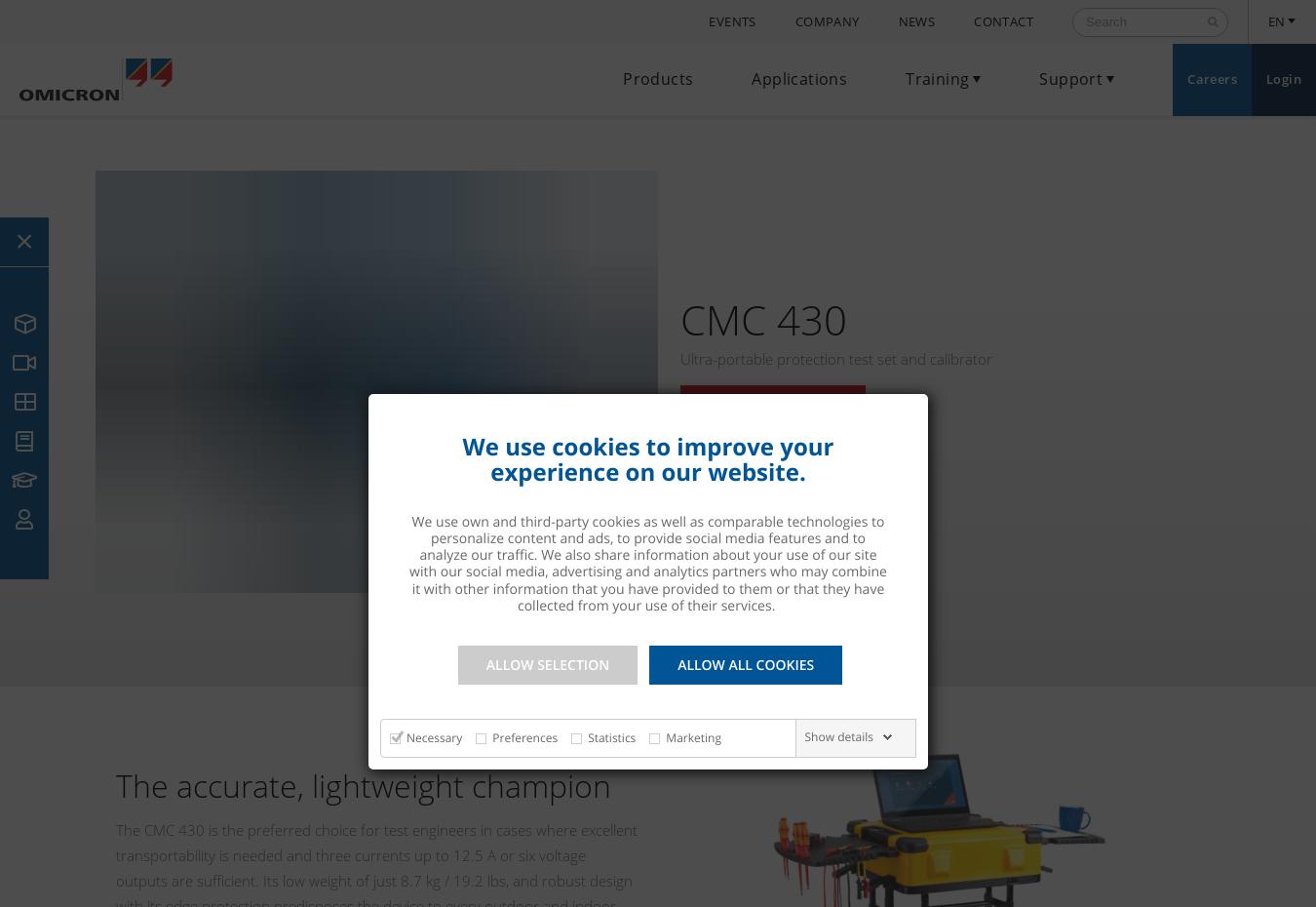 The height and width of the screenshot is (907, 1316). I want to click on 'Careers', so click(1212, 79).